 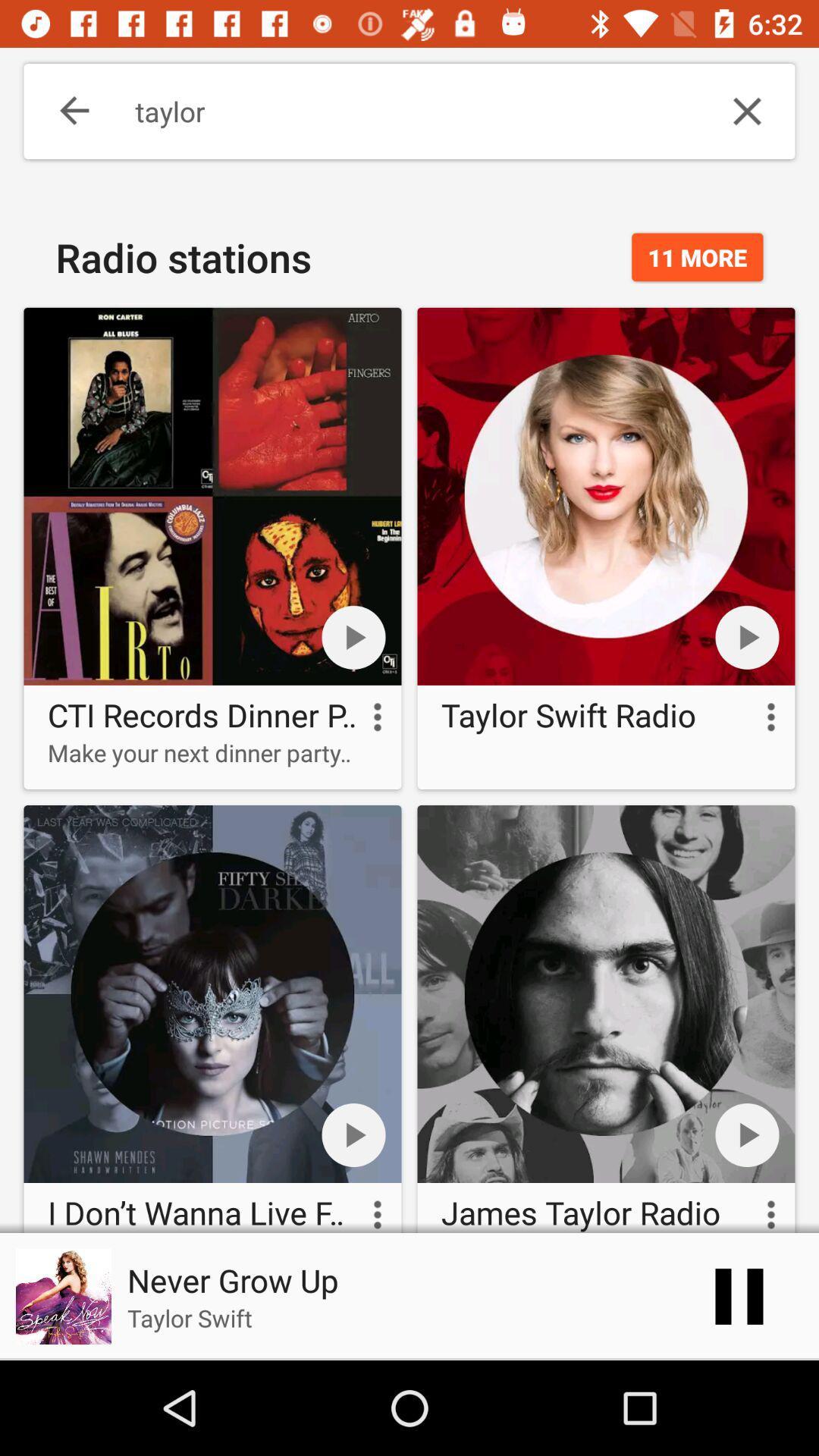 What do you see at coordinates (739, 1295) in the screenshot?
I see `icon next to never grow up icon` at bounding box center [739, 1295].